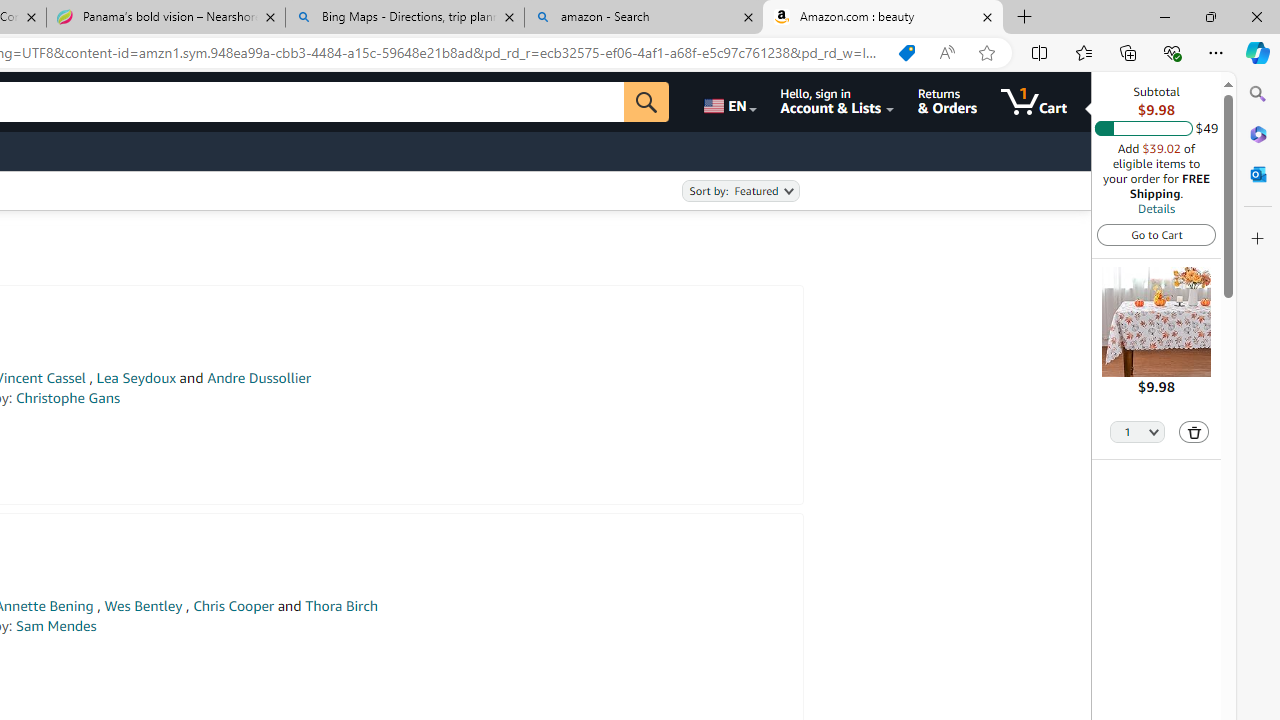  Describe the element at coordinates (1156, 208) in the screenshot. I see `'Details'` at that location.